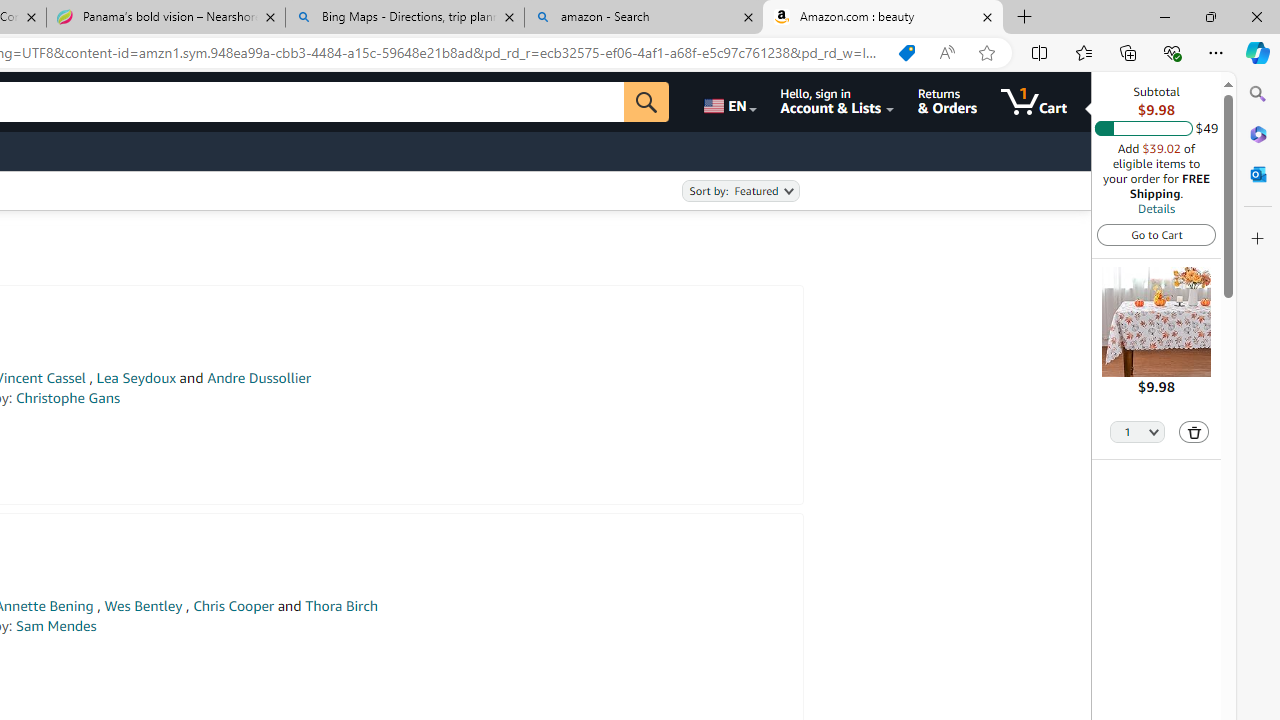  Describe the element at coordinates (1156, 208) in the screenshot. I see `'Details'` at that location.